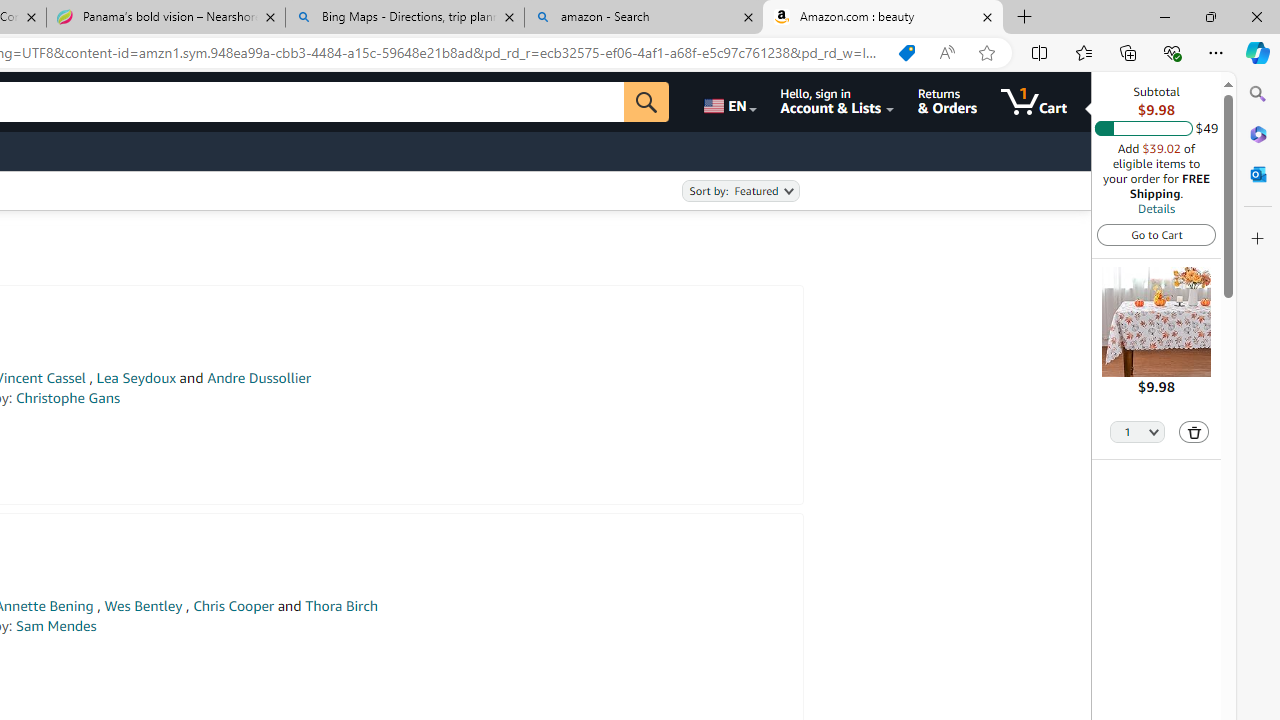  Describe the element at coordinates (1156, 208) in the screenshot. I see `'Details'` at that location.